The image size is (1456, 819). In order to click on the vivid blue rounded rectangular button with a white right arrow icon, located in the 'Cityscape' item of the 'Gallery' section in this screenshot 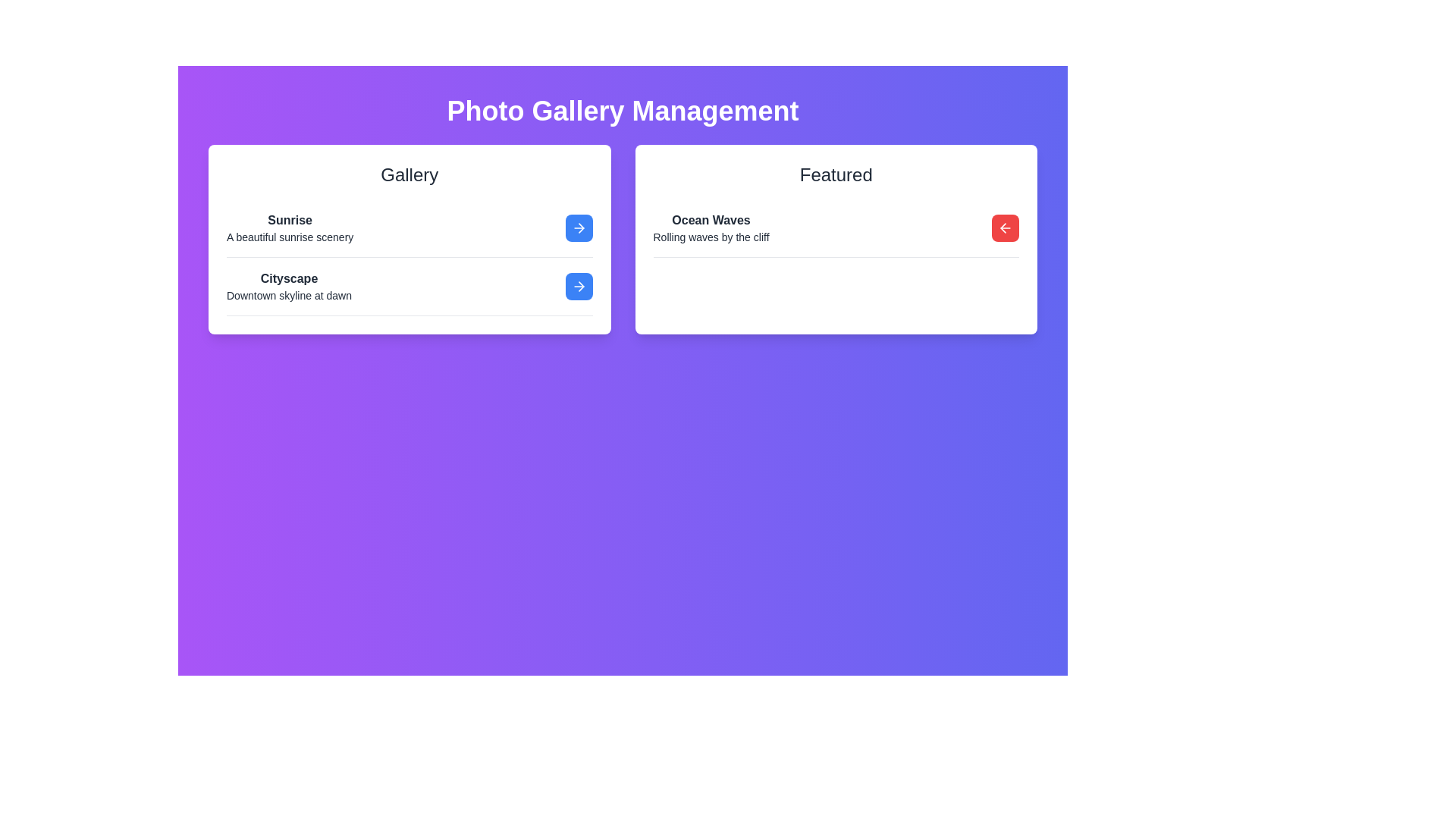, I will do `click(578, 287)`.